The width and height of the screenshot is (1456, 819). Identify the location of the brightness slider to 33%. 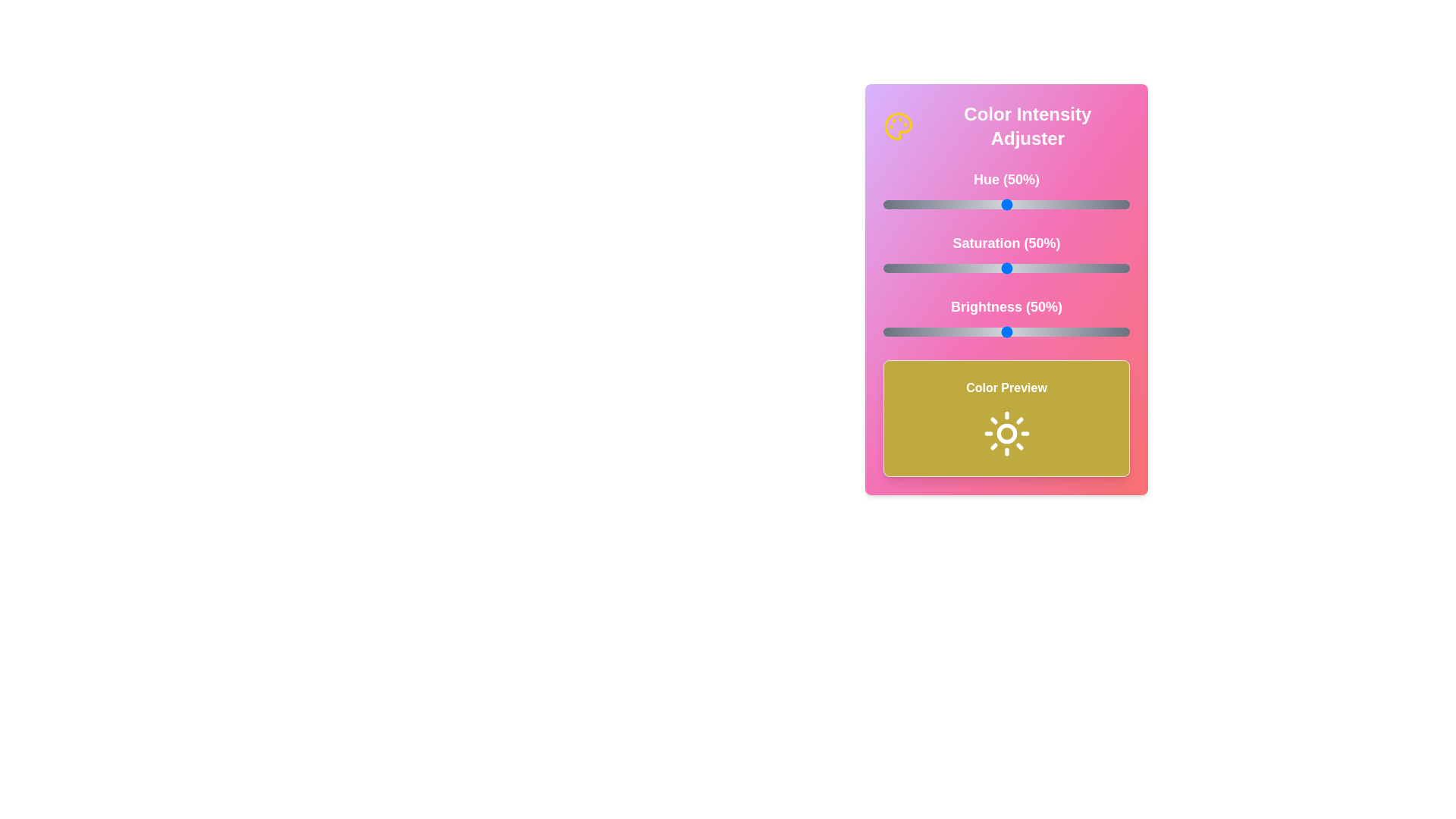
(964, 331).